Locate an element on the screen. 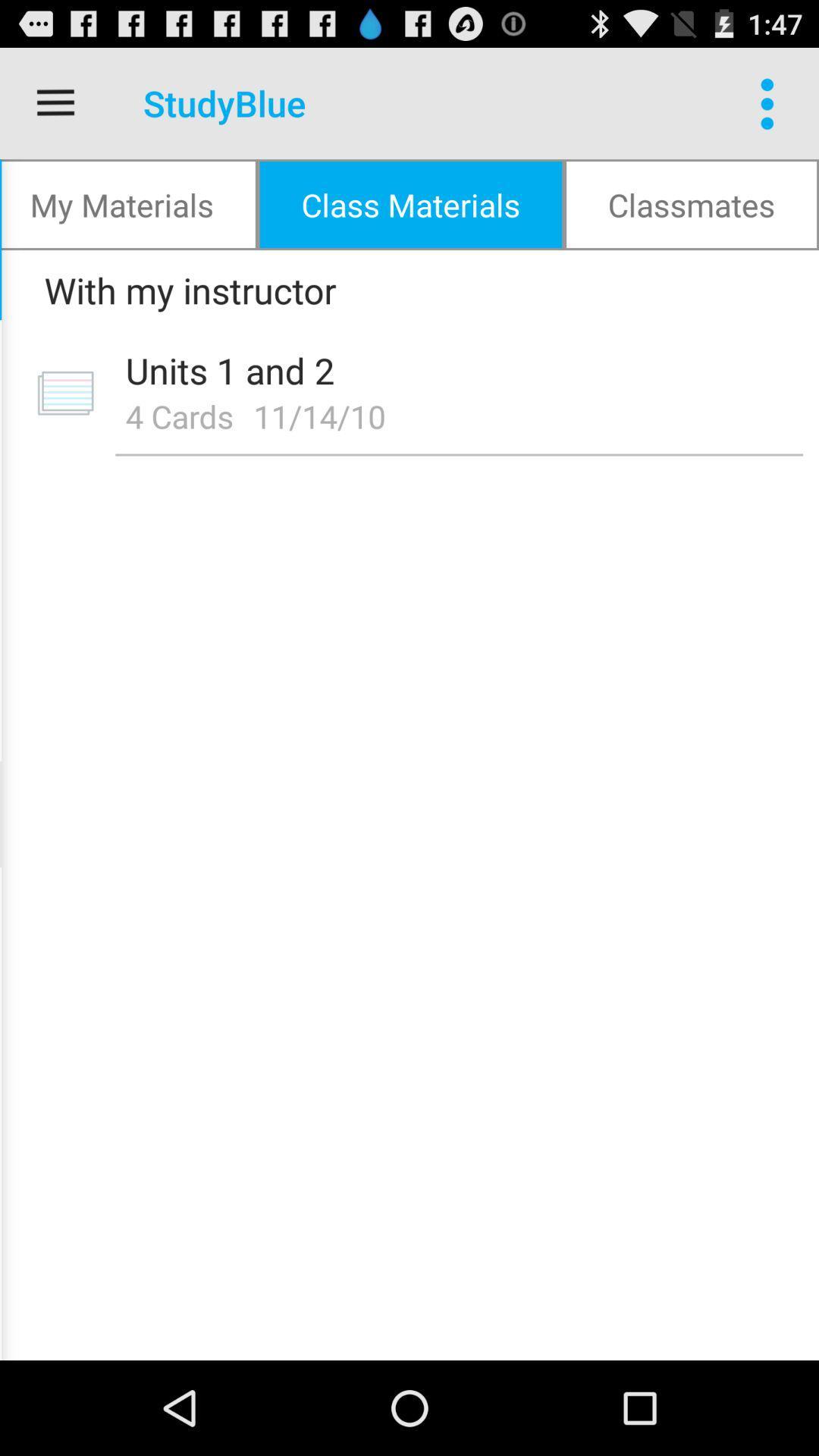 The image size is (819, 1456). item below the 4 cards is located at coordinates (458, 454).